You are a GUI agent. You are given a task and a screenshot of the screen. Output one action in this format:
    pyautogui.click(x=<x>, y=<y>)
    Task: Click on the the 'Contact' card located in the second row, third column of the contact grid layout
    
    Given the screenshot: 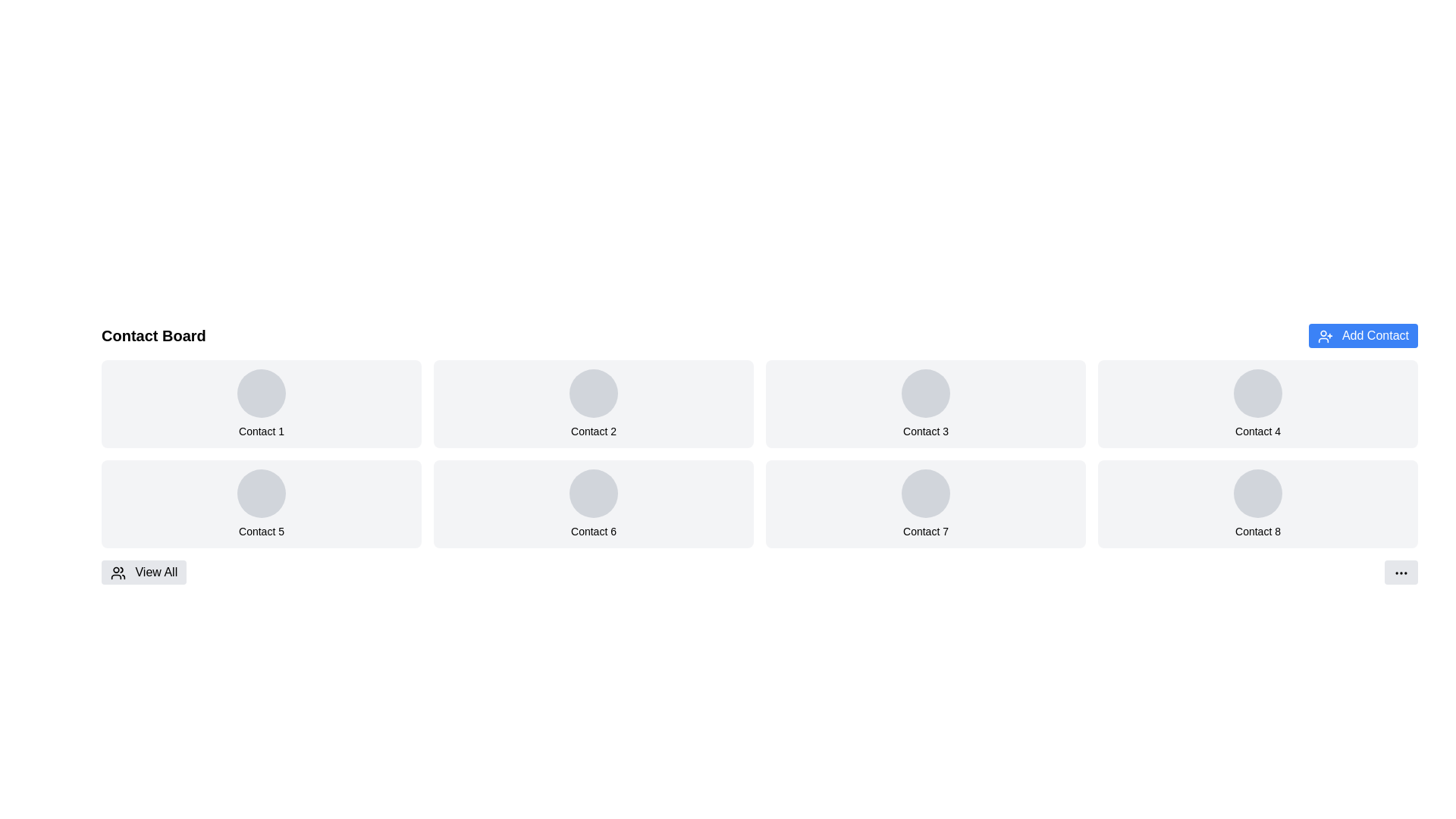 What is the action you would take?
    pyautogui.click(x=924, y=504)
    